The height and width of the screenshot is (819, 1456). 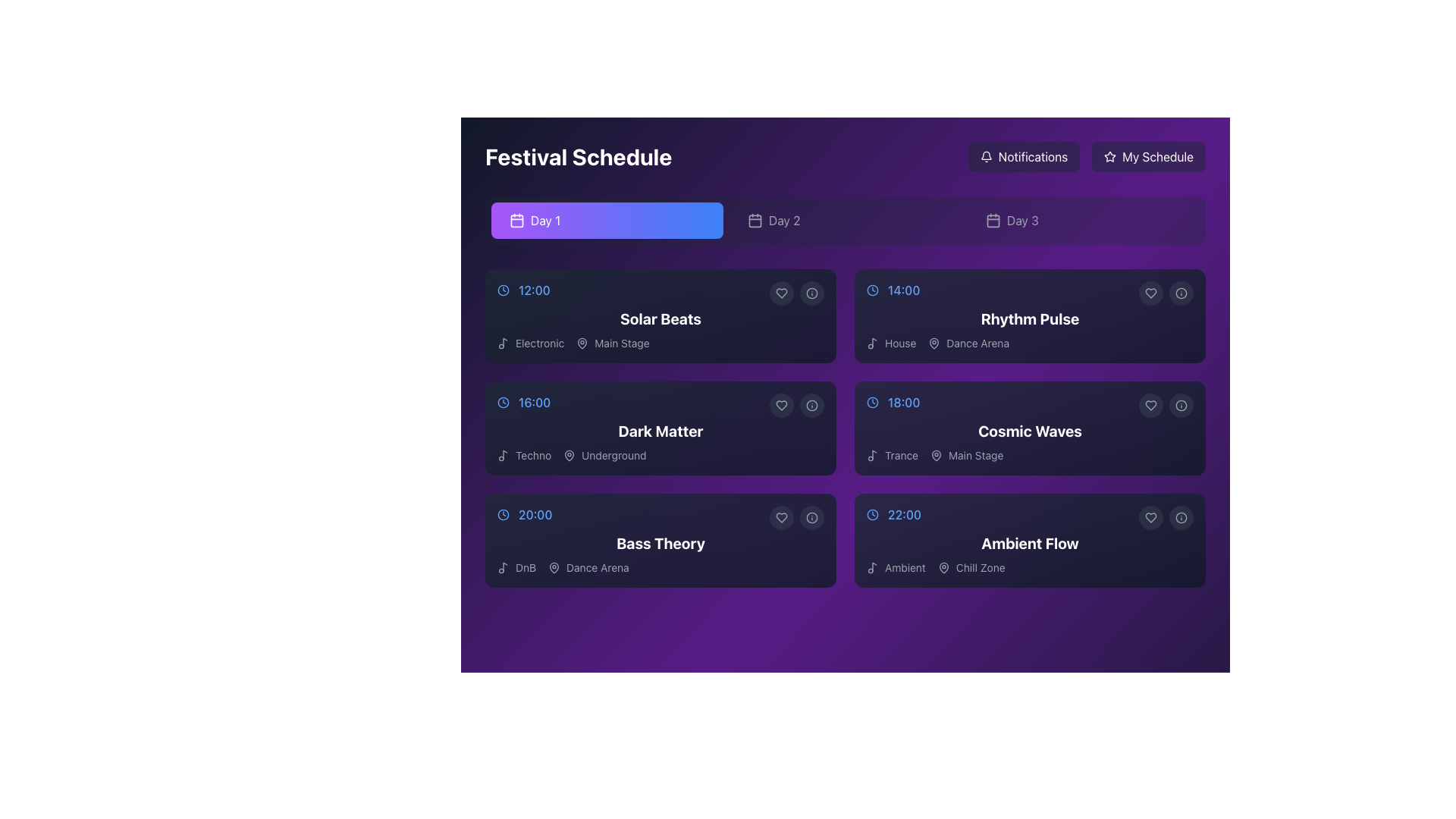 I want to click on the decorative SVG circle that represents the clock icon next to the '20:00' time label under the 'Bass Theory' performance in the schedule, so click(x=503, y=513).